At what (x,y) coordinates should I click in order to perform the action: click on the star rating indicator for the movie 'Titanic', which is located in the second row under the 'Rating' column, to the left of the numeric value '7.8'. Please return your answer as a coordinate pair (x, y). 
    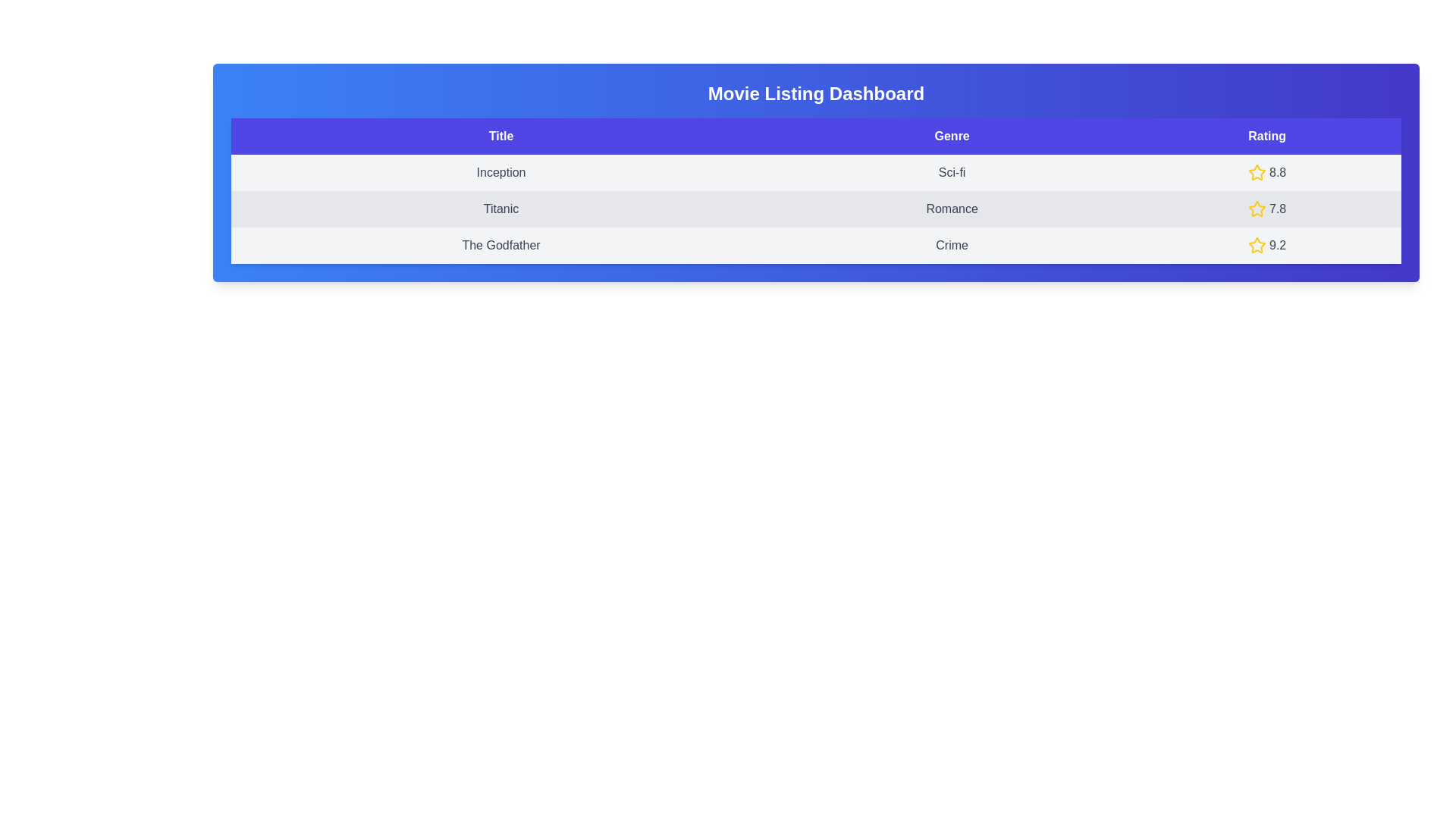
    Looking at the image, I should click on (1257, 209).